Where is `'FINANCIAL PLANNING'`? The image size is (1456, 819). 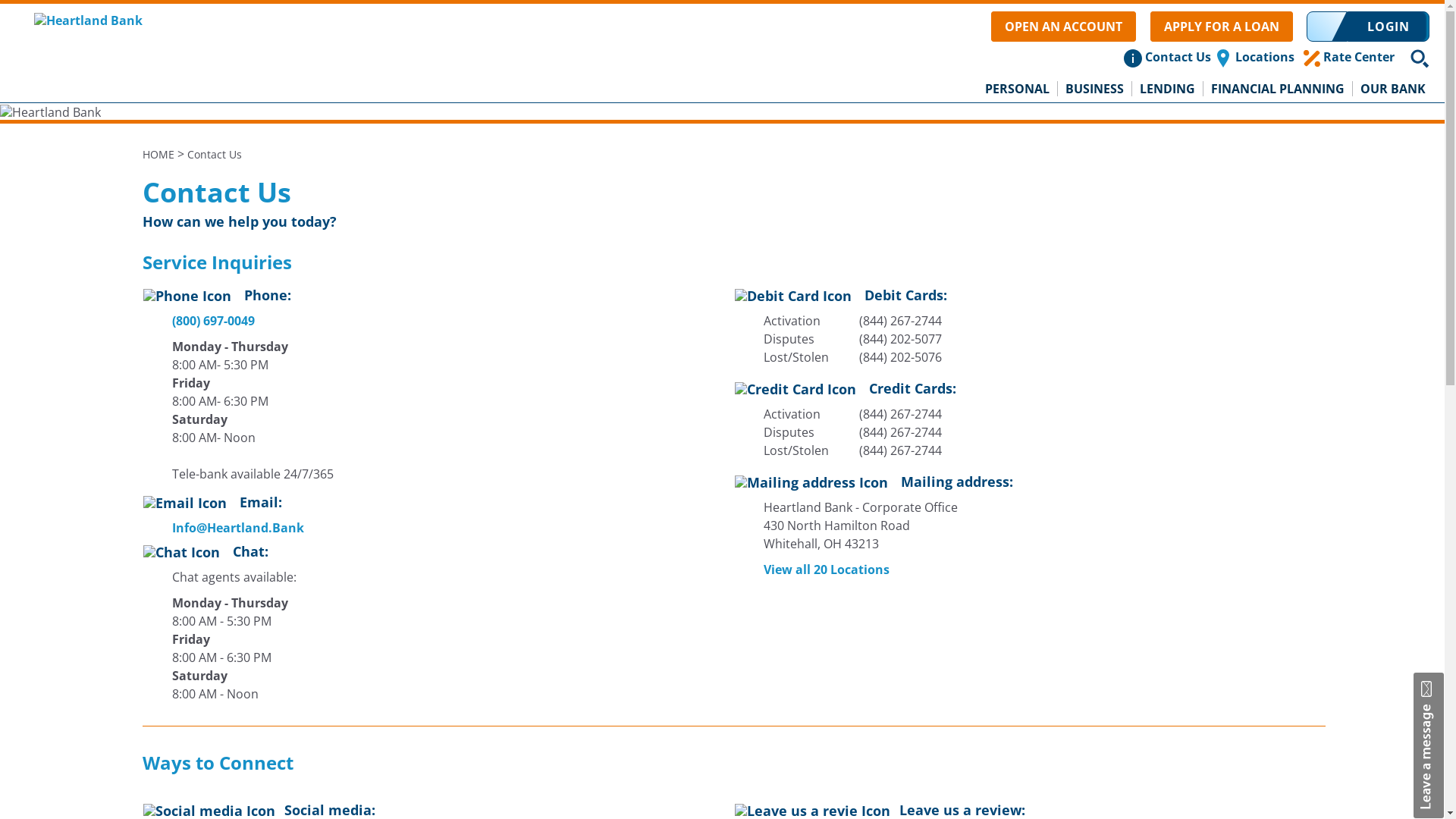 'FINANCIAL PLANNING' is located at coordinates (1277, 88).